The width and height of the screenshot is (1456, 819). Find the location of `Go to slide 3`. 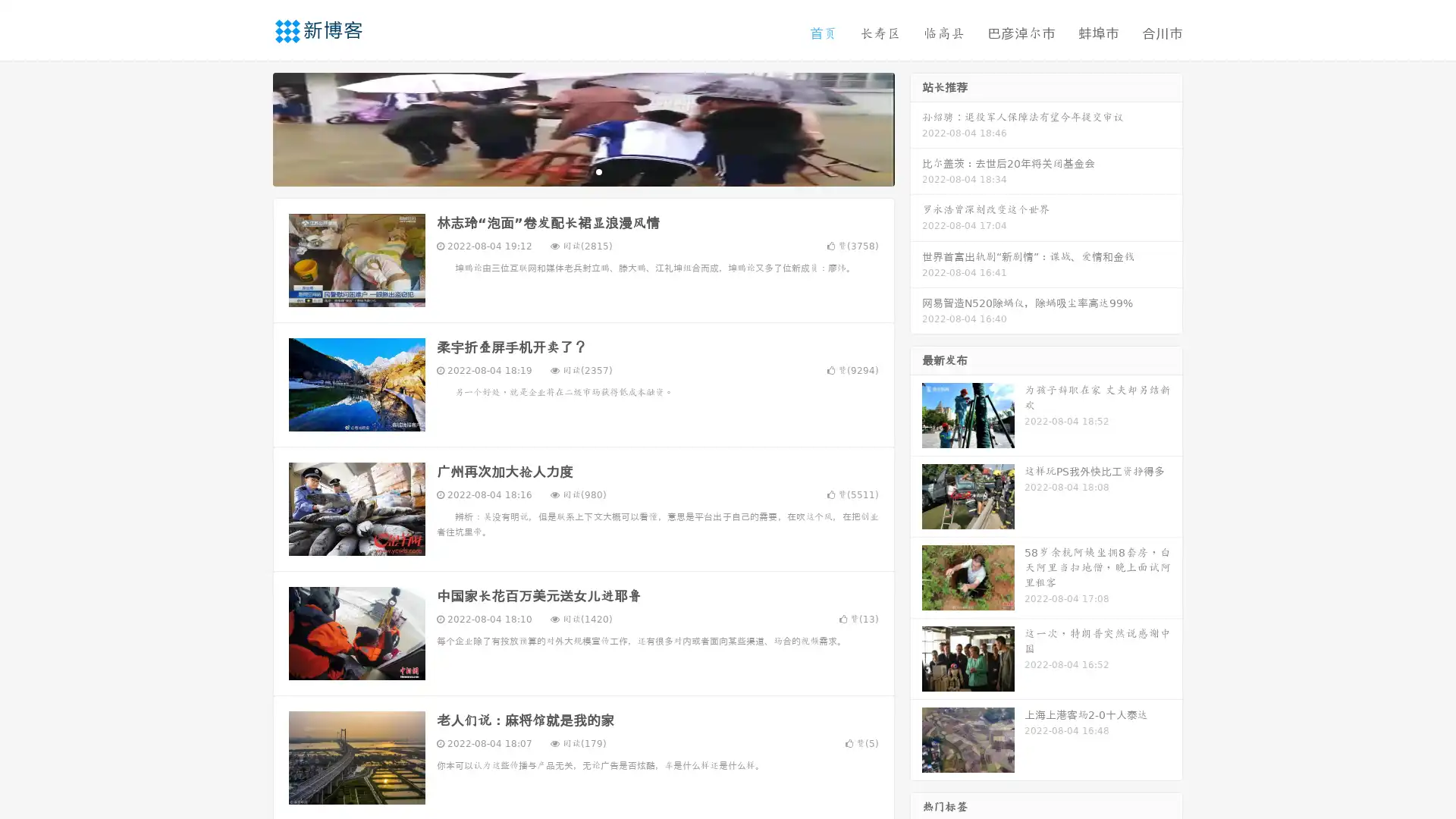

Go to slide 3 is located at coordinates (598, 171).